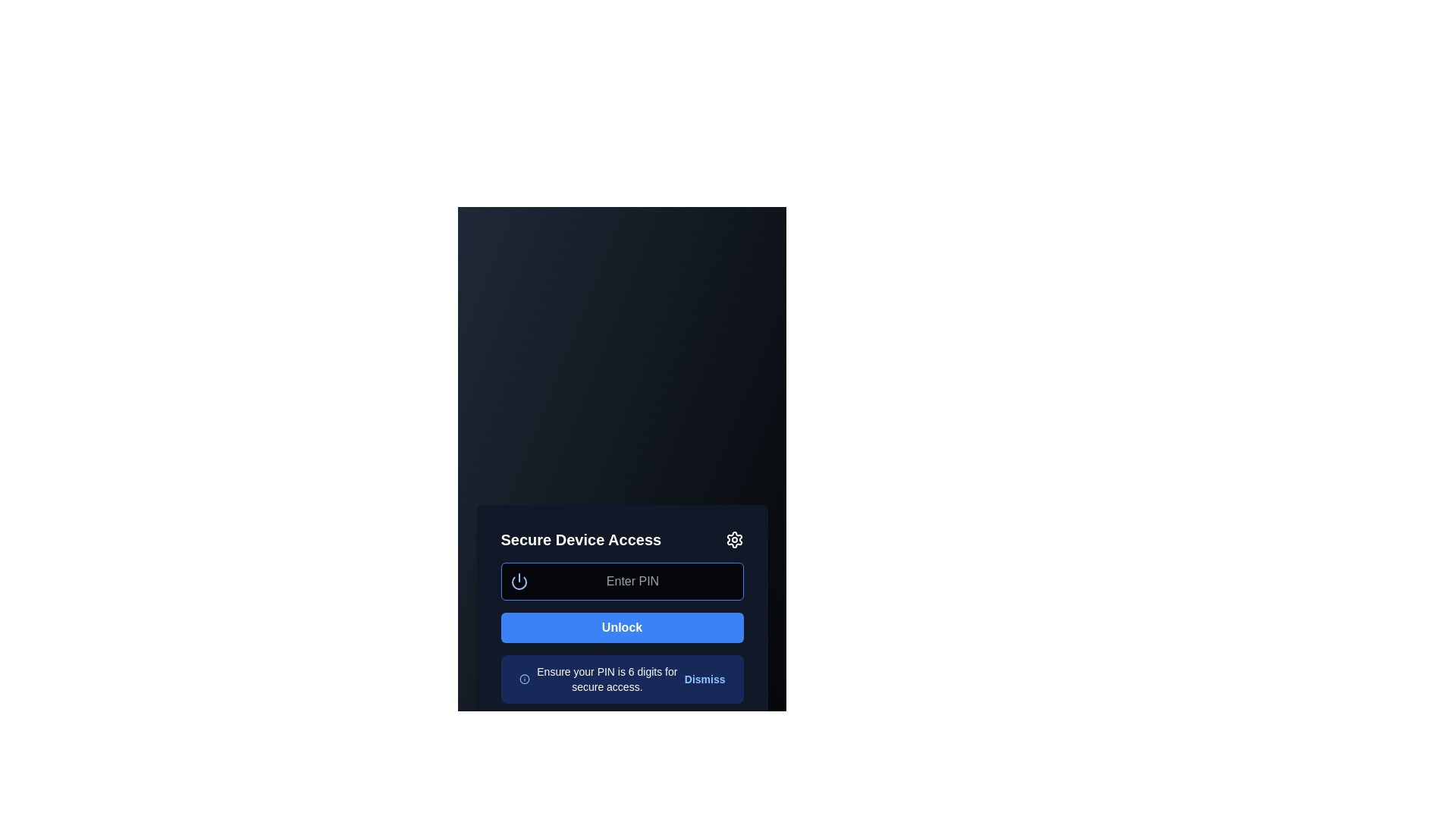 Image resolution: width=1456 pixels, height=819 pixels. What do you see at coordinates (734, 539) in the screenshot?
I see `the settings icon located in the top-right corner of the 'Secure Device Access' module` at bounding box center [734, 539].